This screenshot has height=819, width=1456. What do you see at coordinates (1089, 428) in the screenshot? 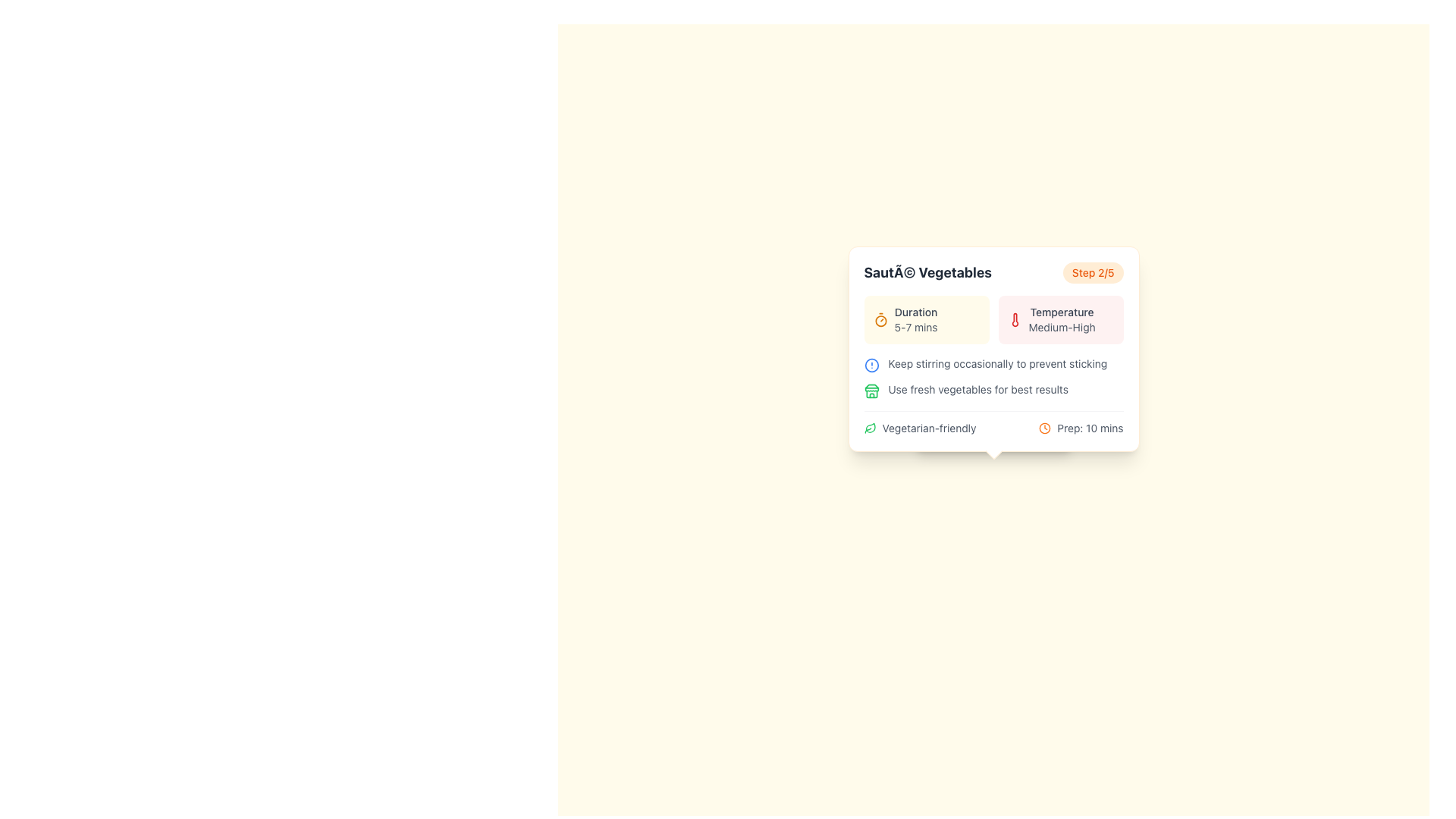
I see `the text label reading 'Prep: 10 mins', which is styled with a small font and gray color, located to the right of a clock icon in the recipe card's footer section` at bounding box center [1089, 428].